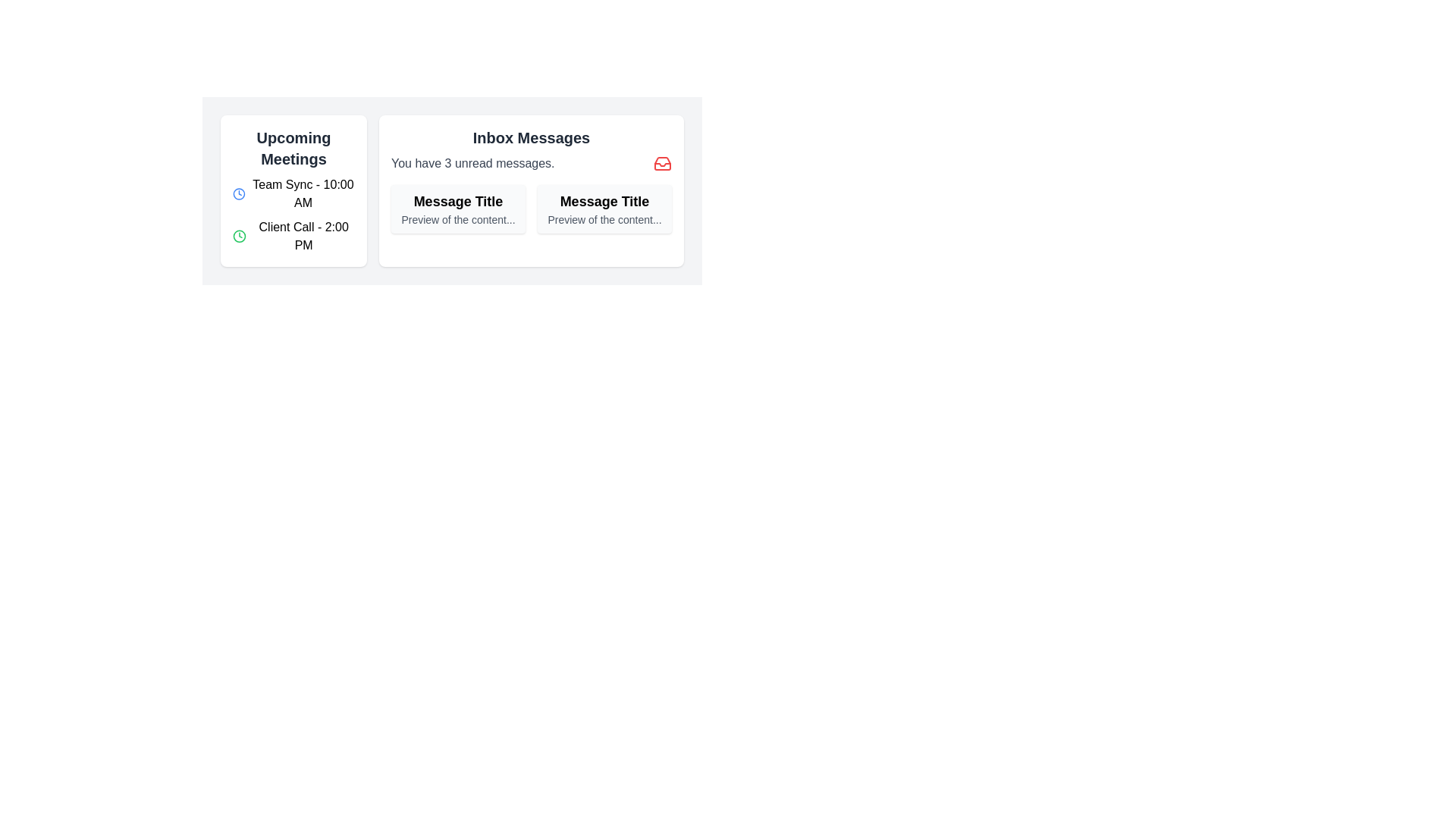 This screenshot has height=819, width=1456. What do you see at coordinates (662, 164) in the screenshot?
I see `the inbox icon located in the top-right corner of the 'Inbox Messages' section, beside the unread message notification text` at bounding box center [662, 164].